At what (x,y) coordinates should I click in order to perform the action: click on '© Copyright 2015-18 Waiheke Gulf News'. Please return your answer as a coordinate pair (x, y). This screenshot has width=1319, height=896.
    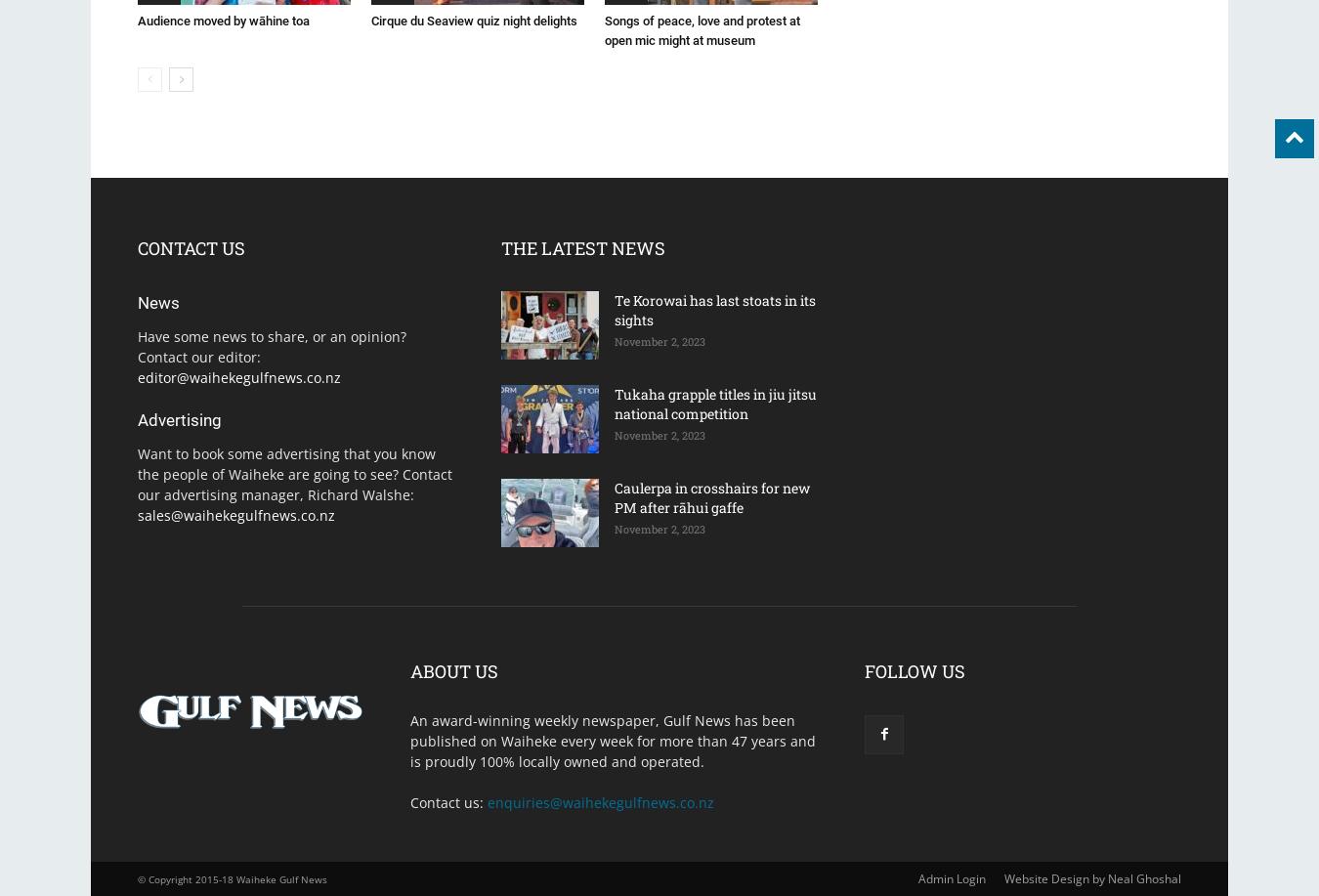
    Looking at the image, I should click on (232, 878).